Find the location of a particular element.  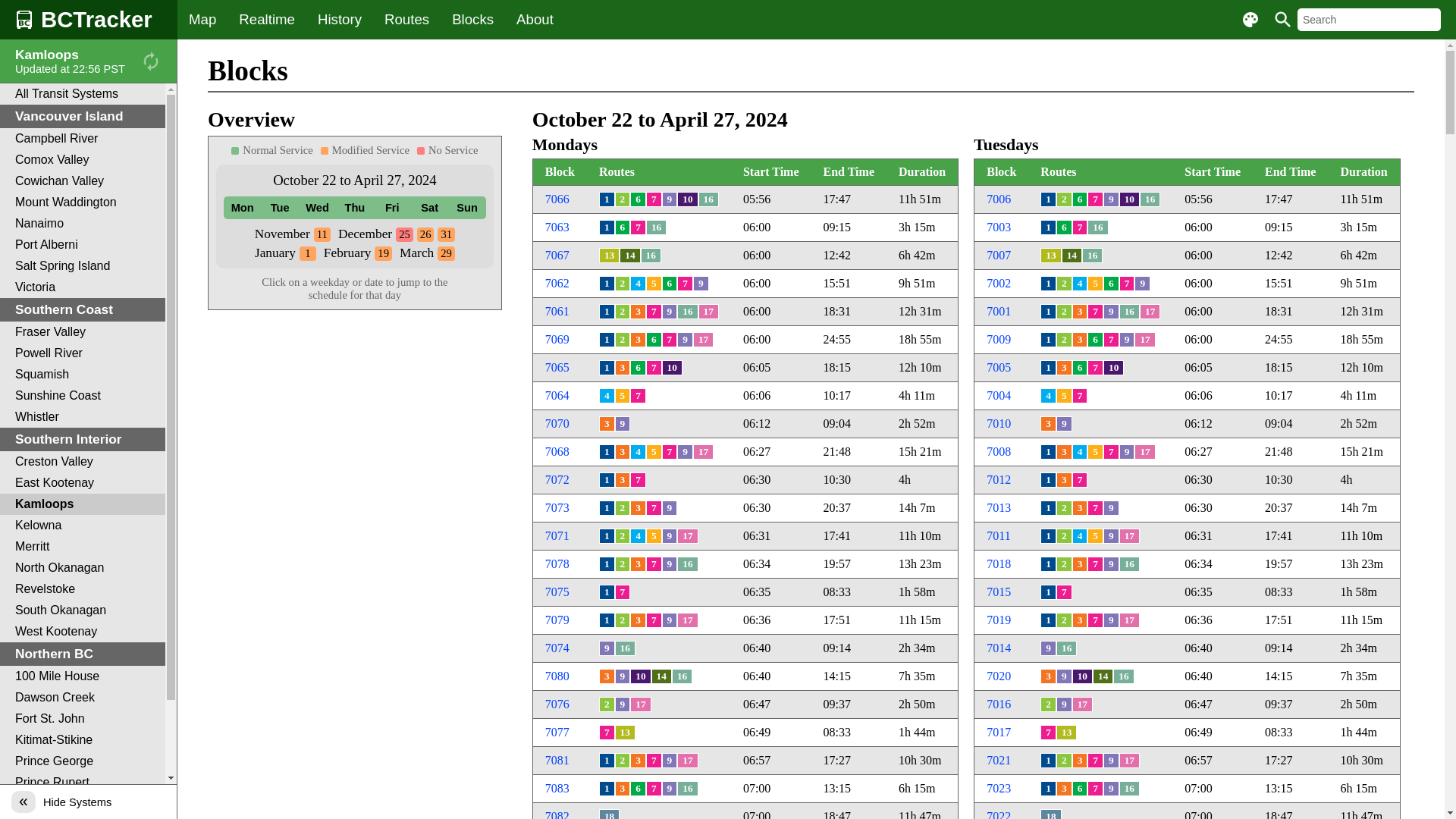

'7' is located at coordinates (1111, 451).